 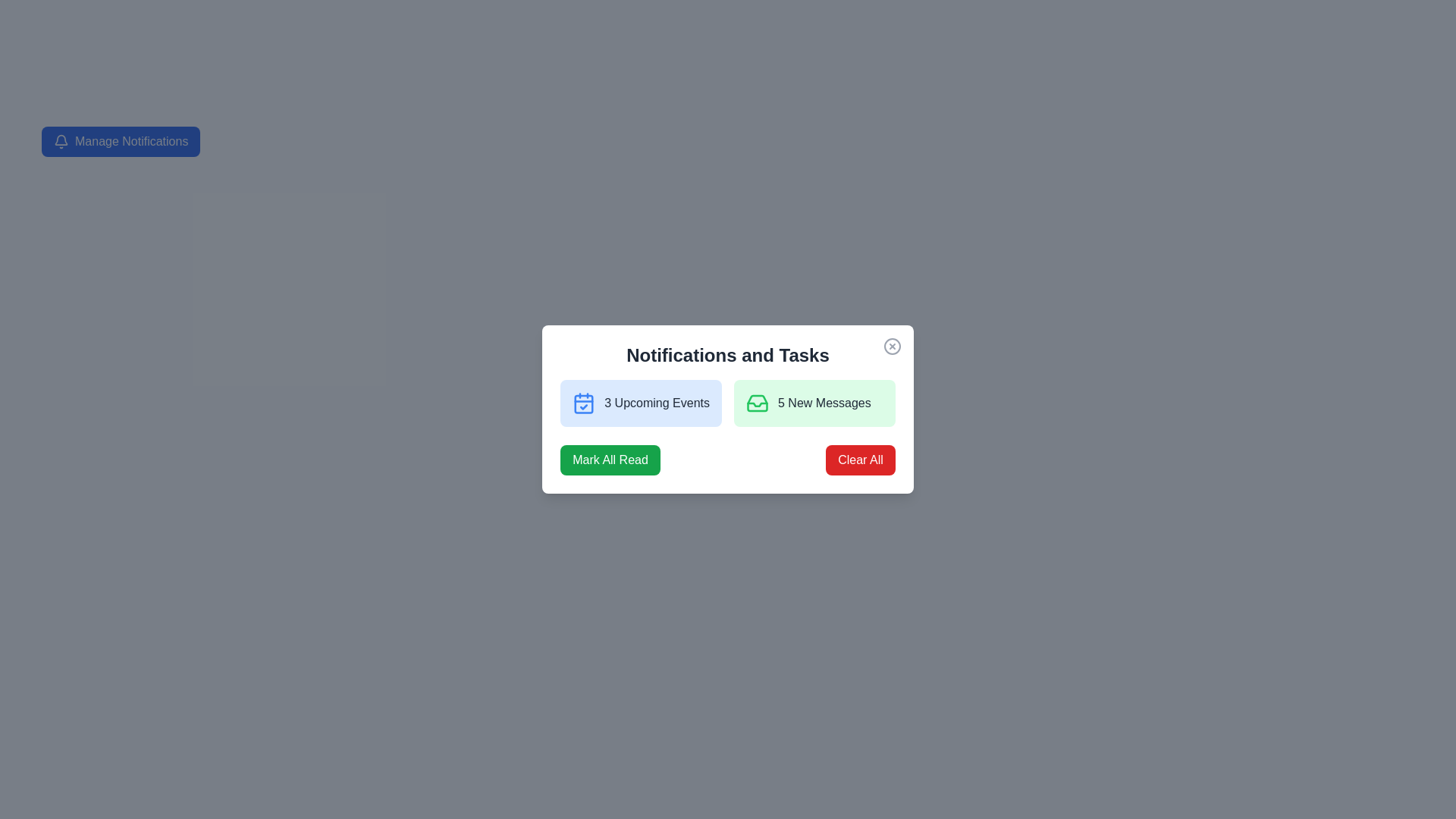 What do you see at coordinates (610, 459) in the screenshot?
I see `the 'Mark All as Read' button located in the bottom-left corner of the 'Notifications and Tasks' dialog to prepare for interaction` at bounding box center [610, 459].